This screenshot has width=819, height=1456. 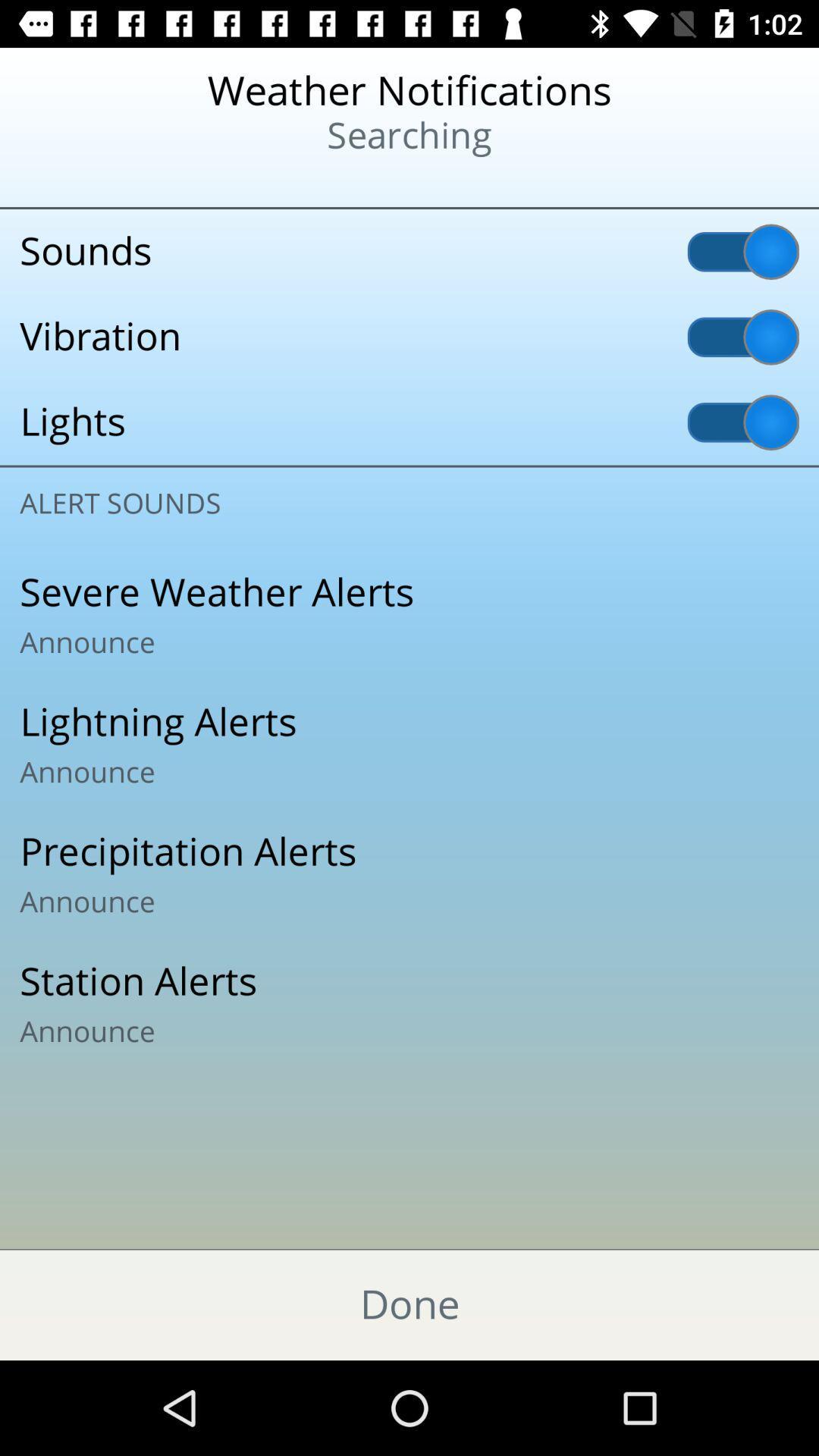 What do you see at coordinates (99, 182) in the screenshot?
I see `the icon to the left of searching item` at bounding box center [99, 182].